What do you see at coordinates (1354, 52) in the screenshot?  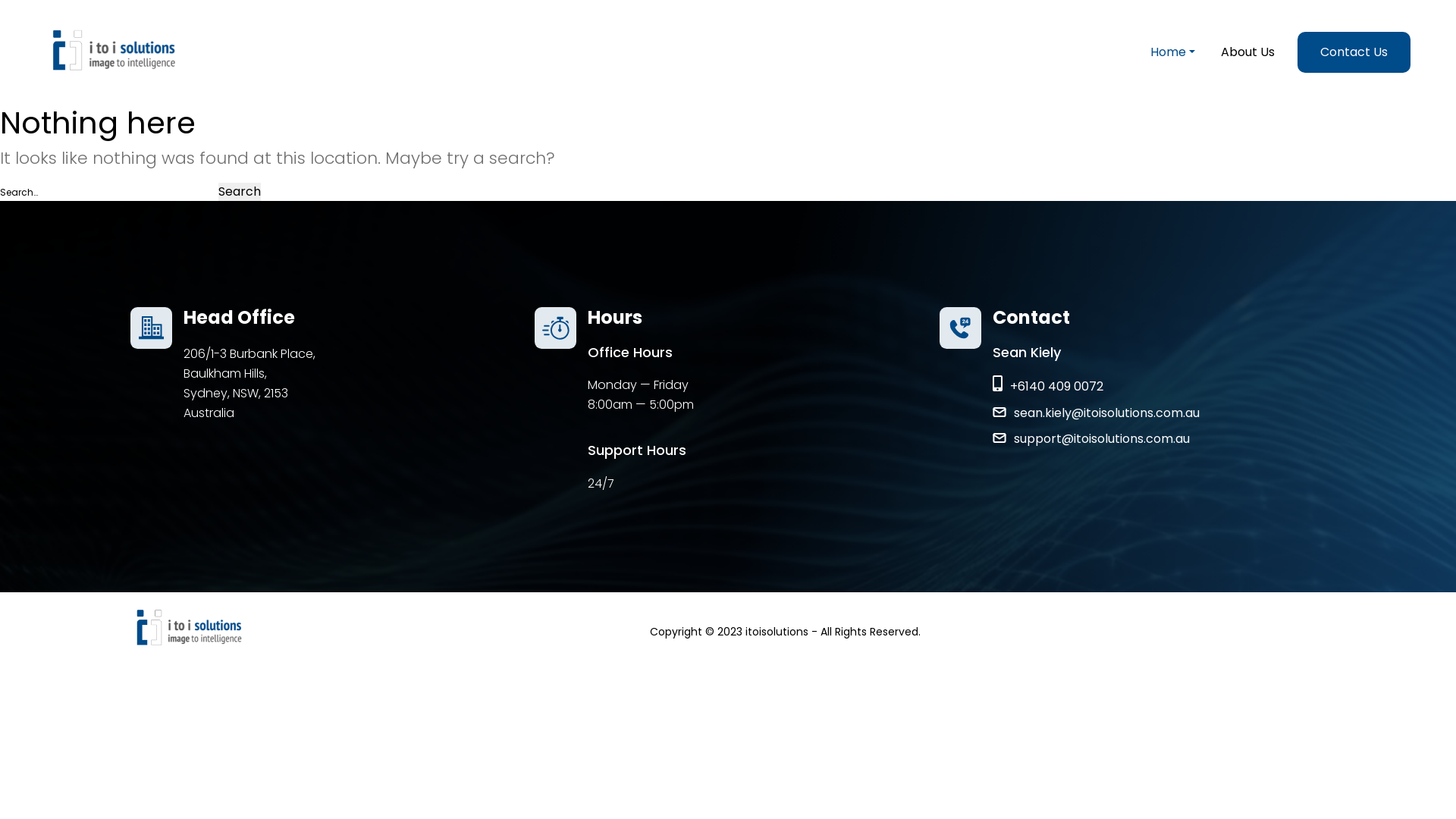 I see `'Contact Us'` at bounding box center [1354, 52].